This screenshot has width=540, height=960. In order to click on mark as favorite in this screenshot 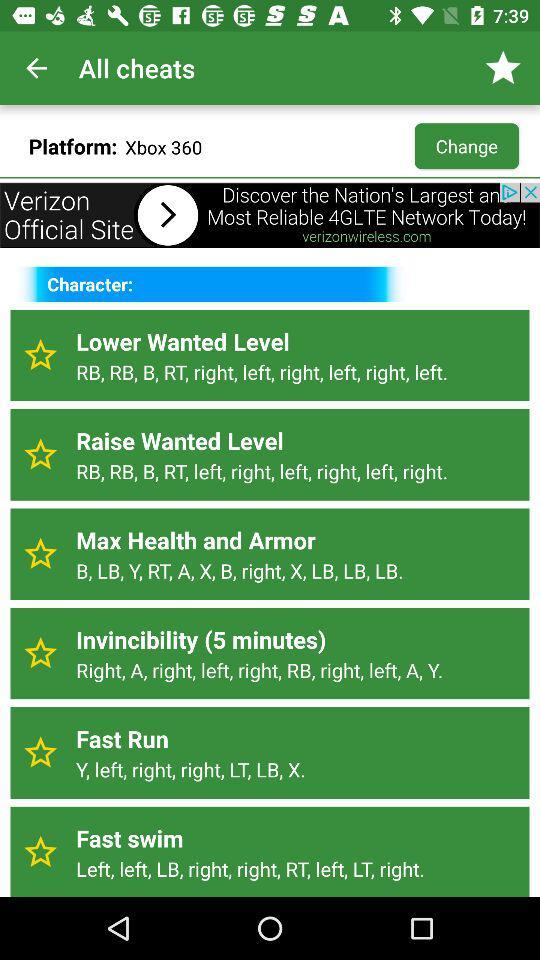, I will do `click(40, 851)`.